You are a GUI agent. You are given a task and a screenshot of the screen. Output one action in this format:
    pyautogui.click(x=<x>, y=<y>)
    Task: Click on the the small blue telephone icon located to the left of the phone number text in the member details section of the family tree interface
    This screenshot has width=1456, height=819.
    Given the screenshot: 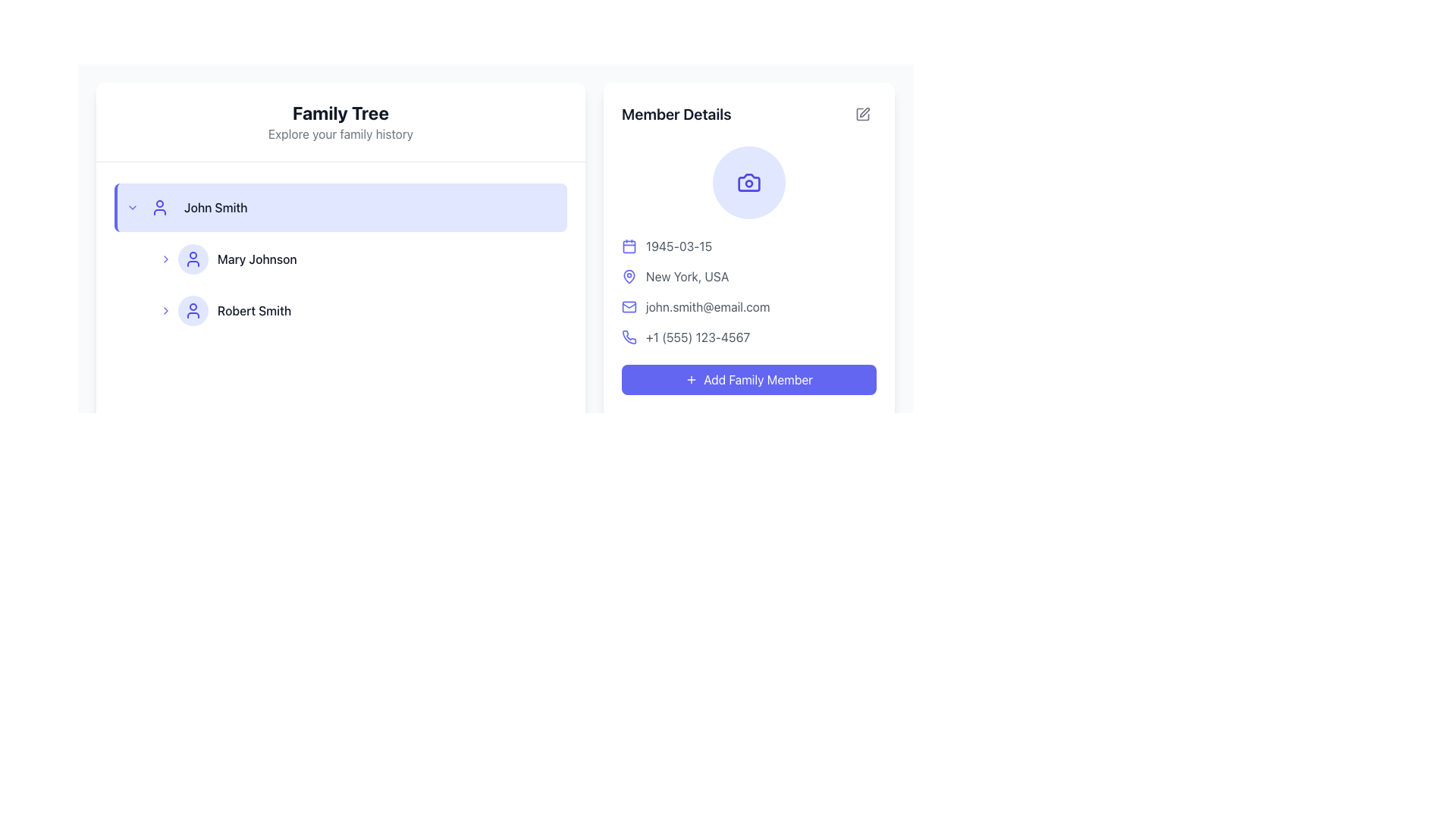 What is the action you would take?
    pyautogui.click(x=629, y=336)
    